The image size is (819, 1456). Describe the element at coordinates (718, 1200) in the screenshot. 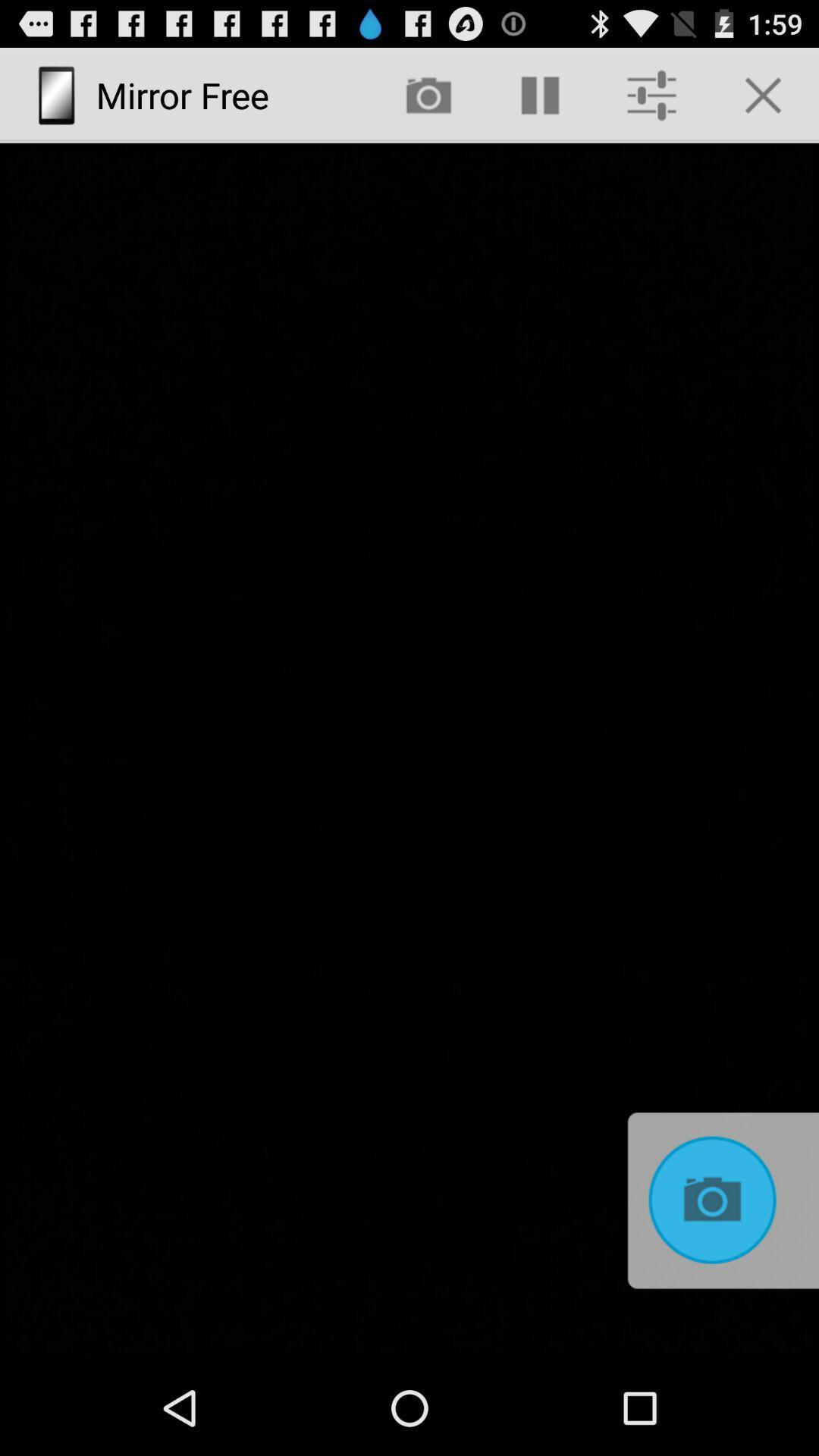

I see `icon at the bottom right corner` at that location.